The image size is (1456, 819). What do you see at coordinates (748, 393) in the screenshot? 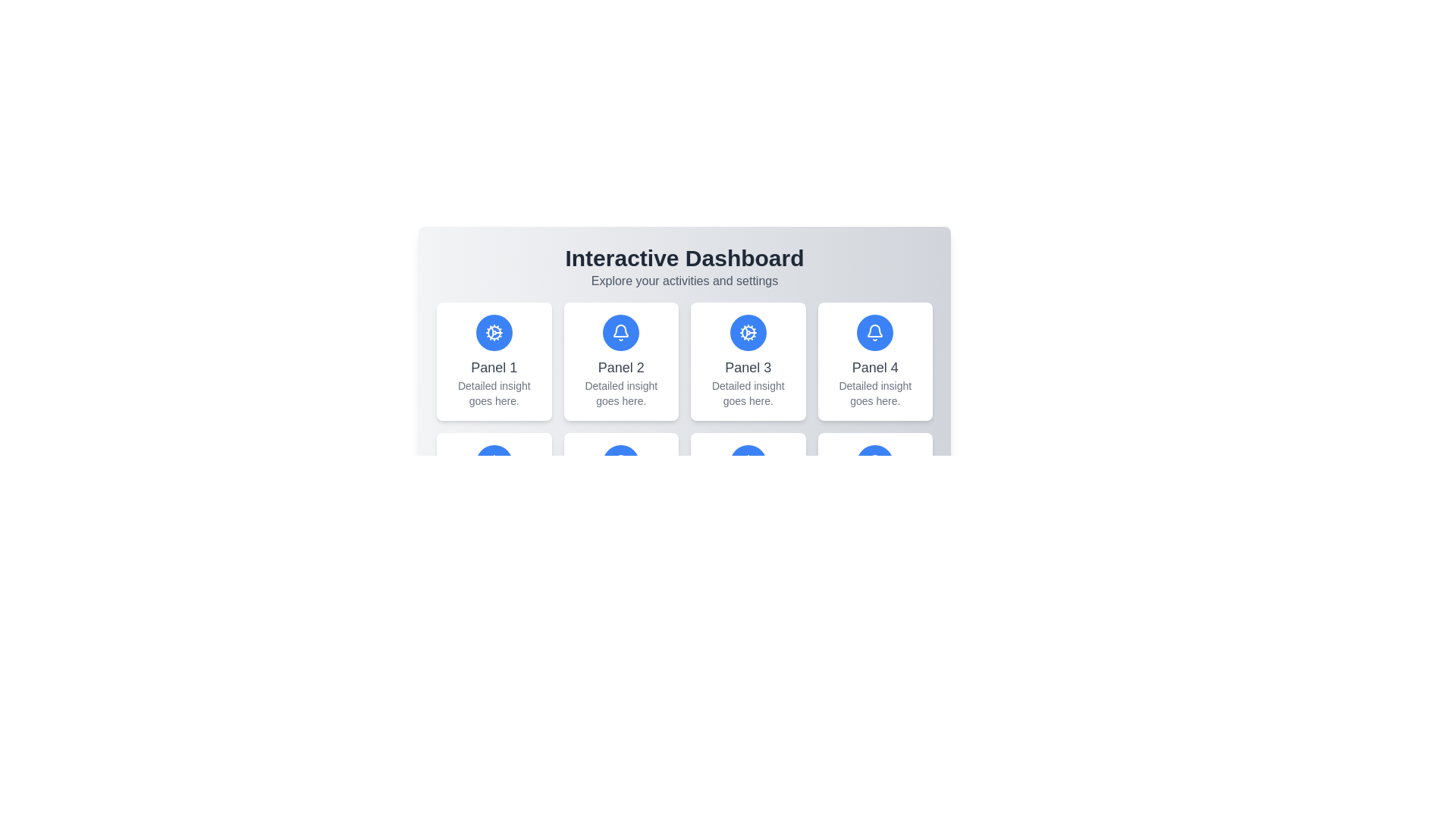
I see `the text block containing the phrase 'Detailed insight goes here.' located within 'Panel 3' on the dashboard layout` at bounding box center [748, 393].